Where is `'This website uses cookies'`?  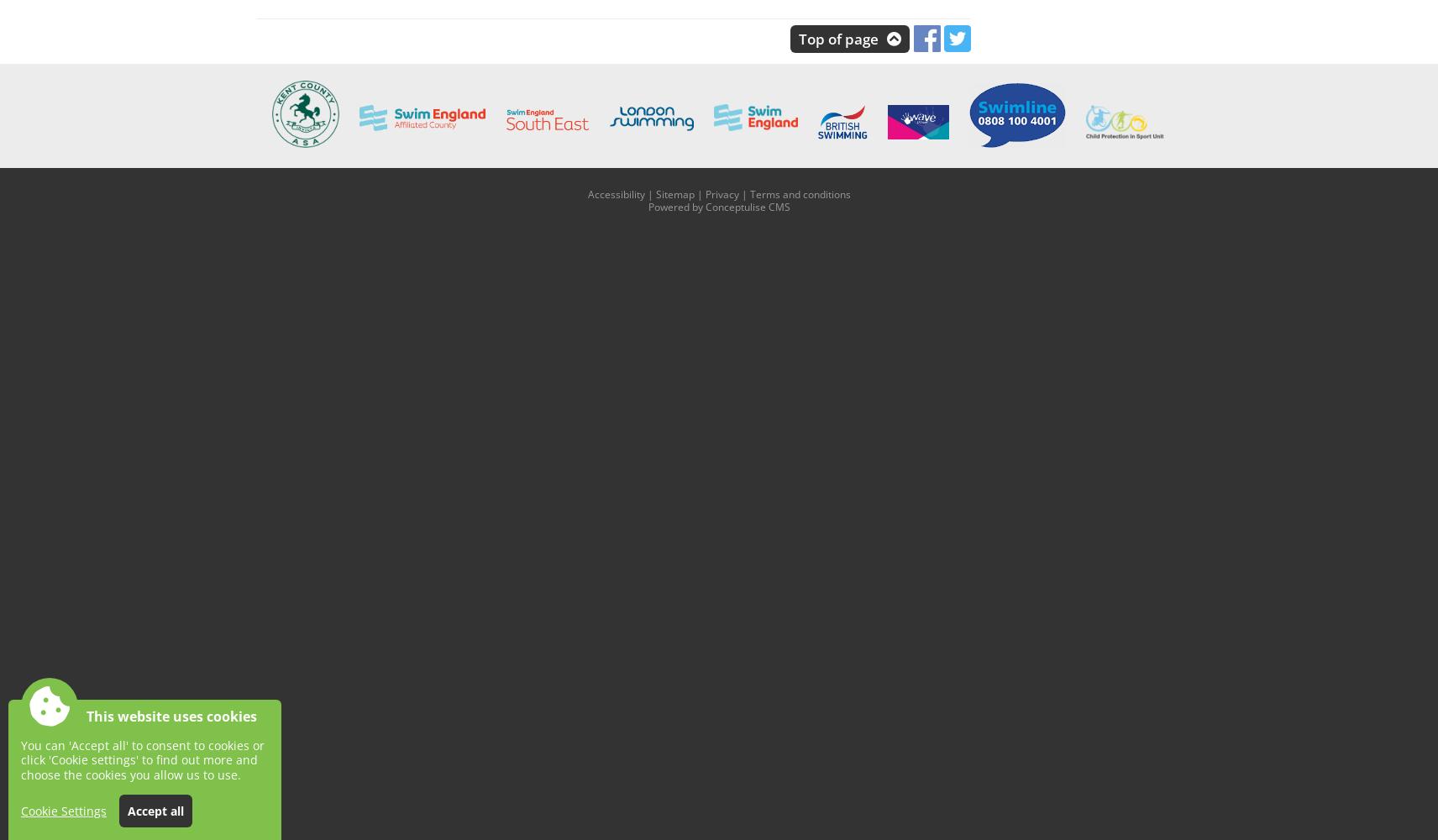
'This website uses cookies' is located at coordinates (171, 715).